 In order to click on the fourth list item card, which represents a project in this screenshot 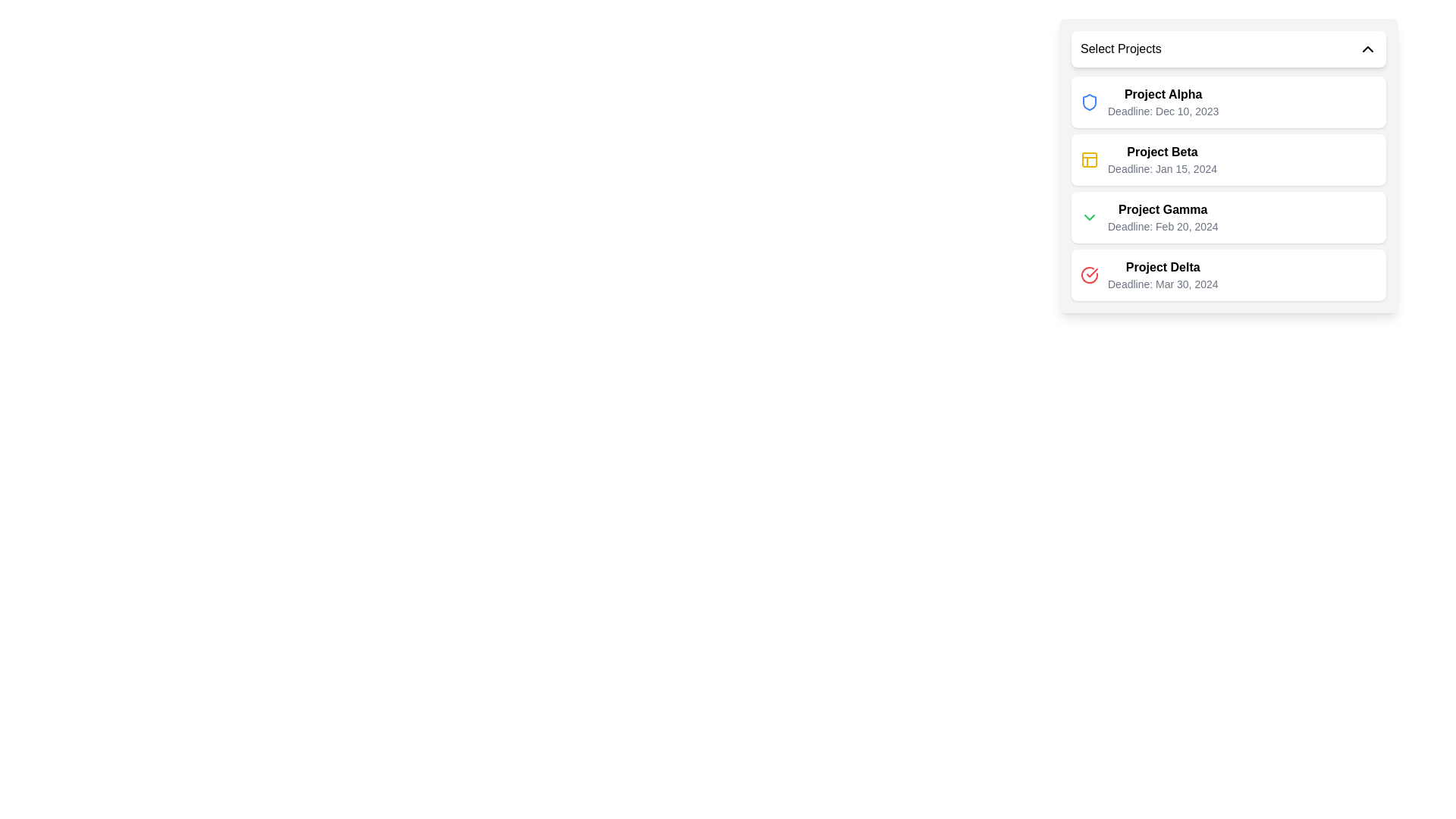, I will do `click(1228, 275)`.